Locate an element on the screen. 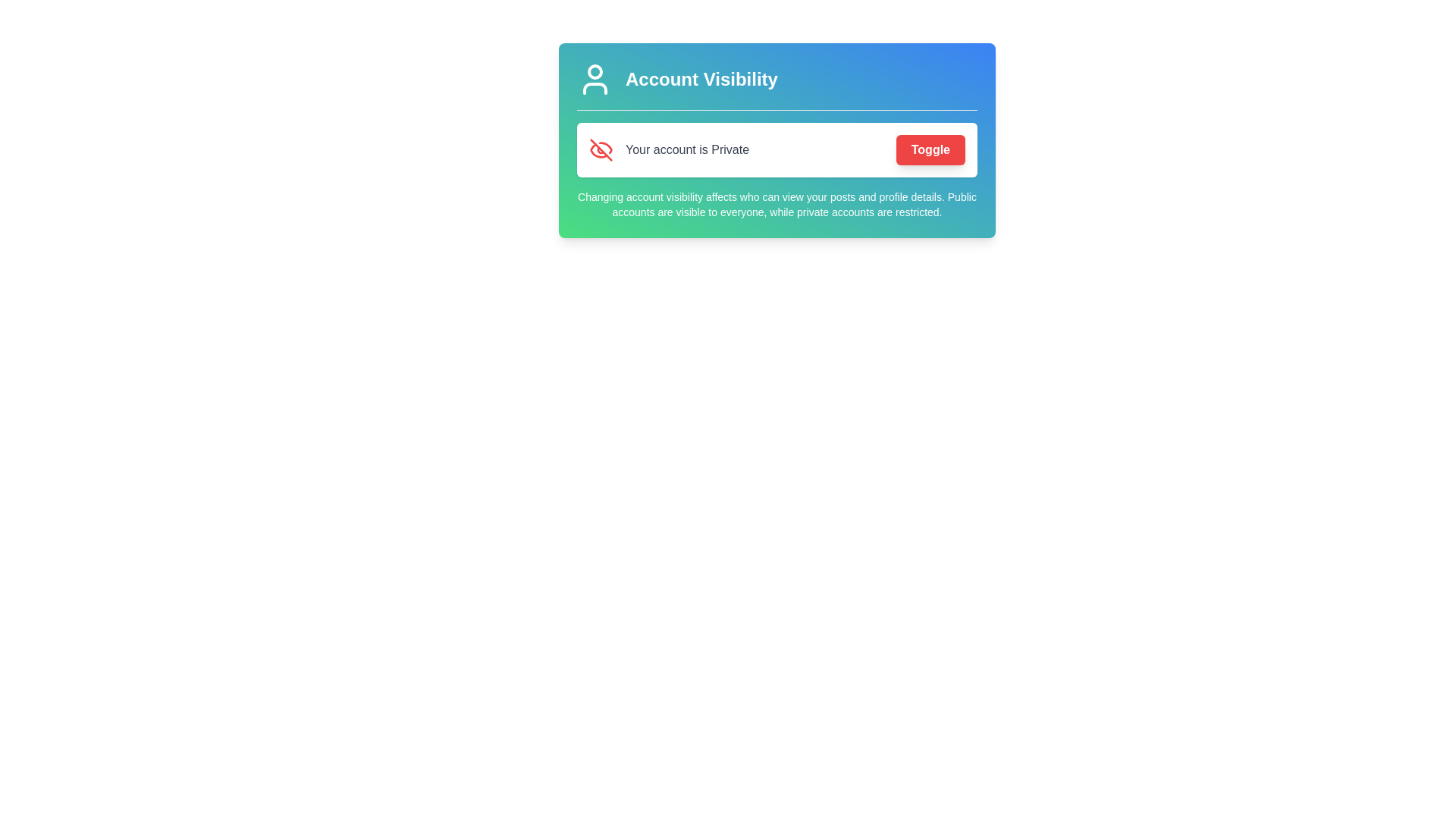 The height and width of the screenshot is (819, 1456). the circular user head icon within the 'Account Visibility' card located at the top-left of the SVG structure is located at coordinates (595, 72).